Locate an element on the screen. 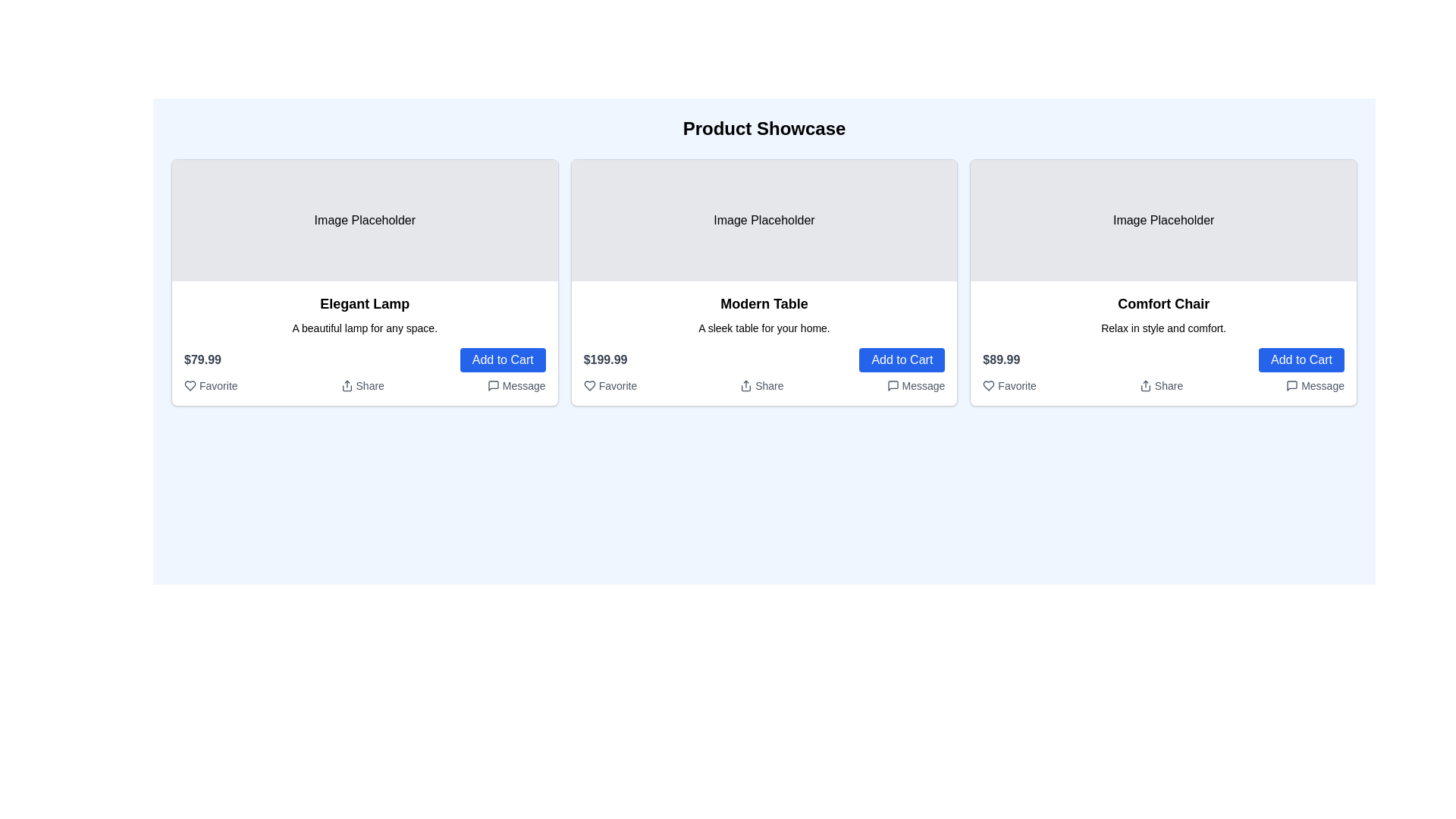  the heart-shaped outline icon located at the bottom-left corner of the third product card for the 'Comfort Chair' to mark the item as a favorite is located at coordinates (989, 385).